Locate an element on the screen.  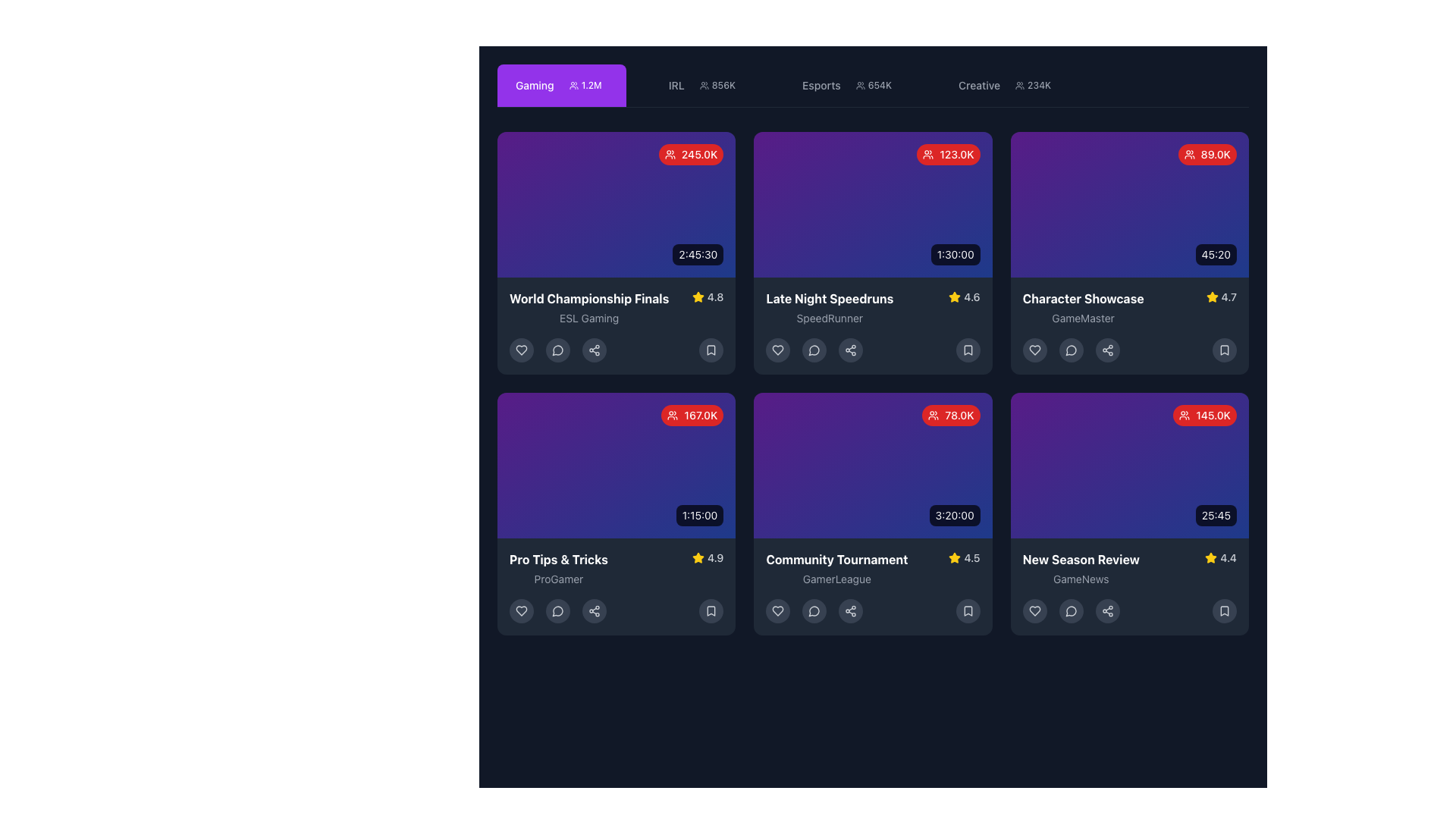
value displayed in the text label showing '145.0K' in white font on a red background, located in the top-right corner of the lower-right card is located at coordinates (1213, 415).